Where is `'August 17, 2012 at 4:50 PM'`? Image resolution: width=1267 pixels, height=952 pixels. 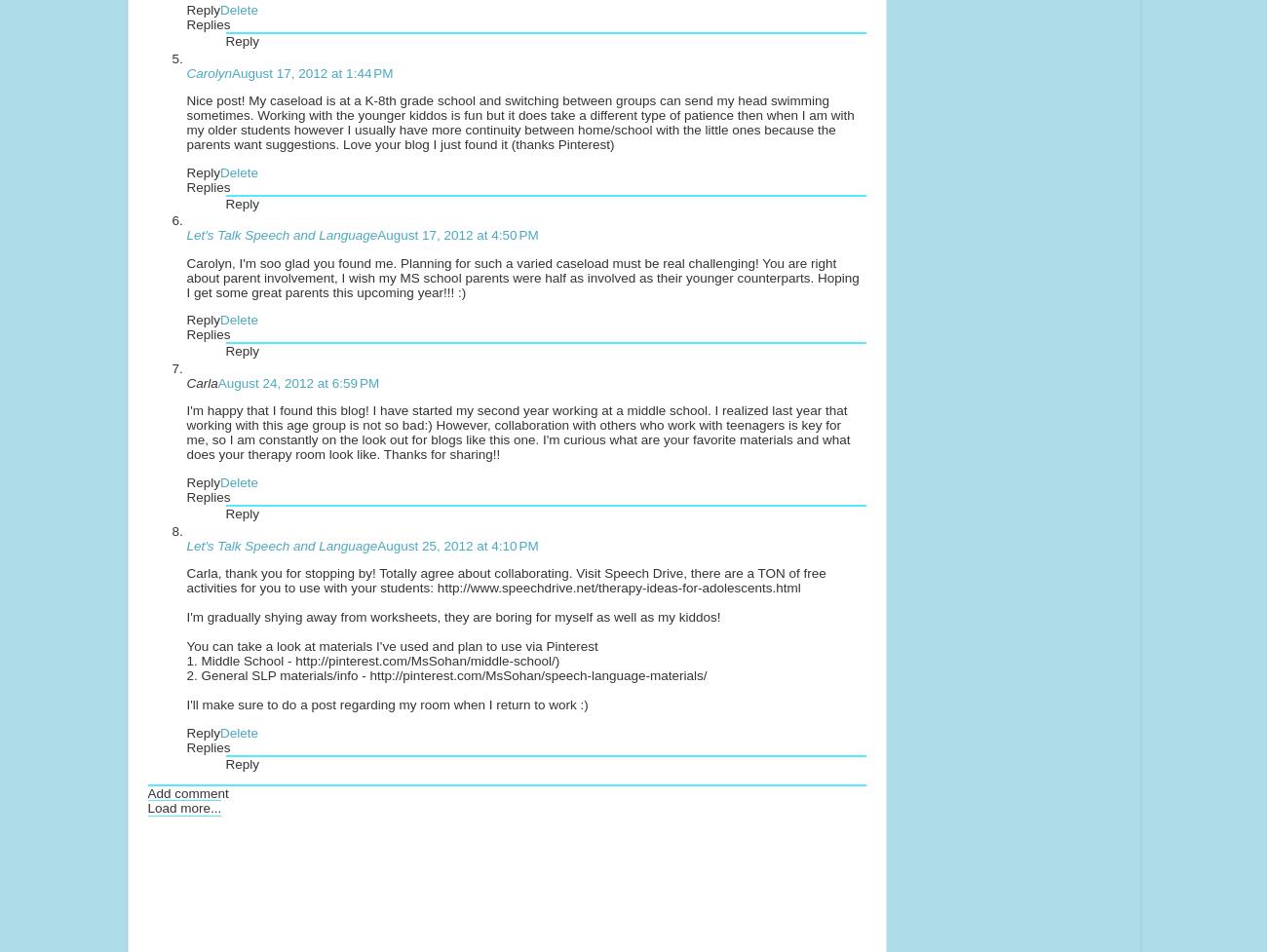
'August 17, 2012 at 4:50 PM' is located at coordinates (456, 234).